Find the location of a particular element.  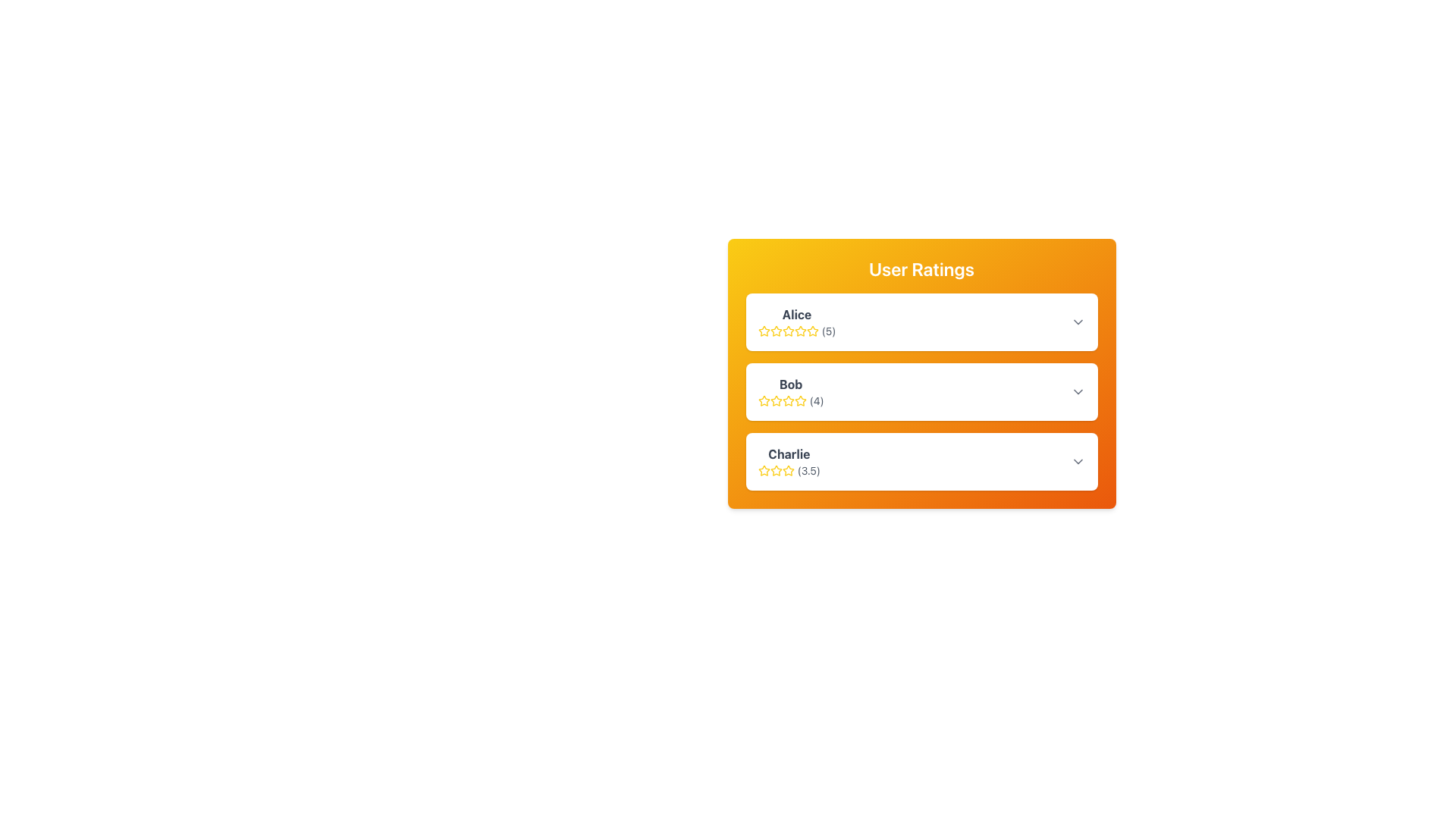

details by clicking on the second star in the star rating component for 'Alice' in the 'User Ratings' section is located at coordinates (811, 330).